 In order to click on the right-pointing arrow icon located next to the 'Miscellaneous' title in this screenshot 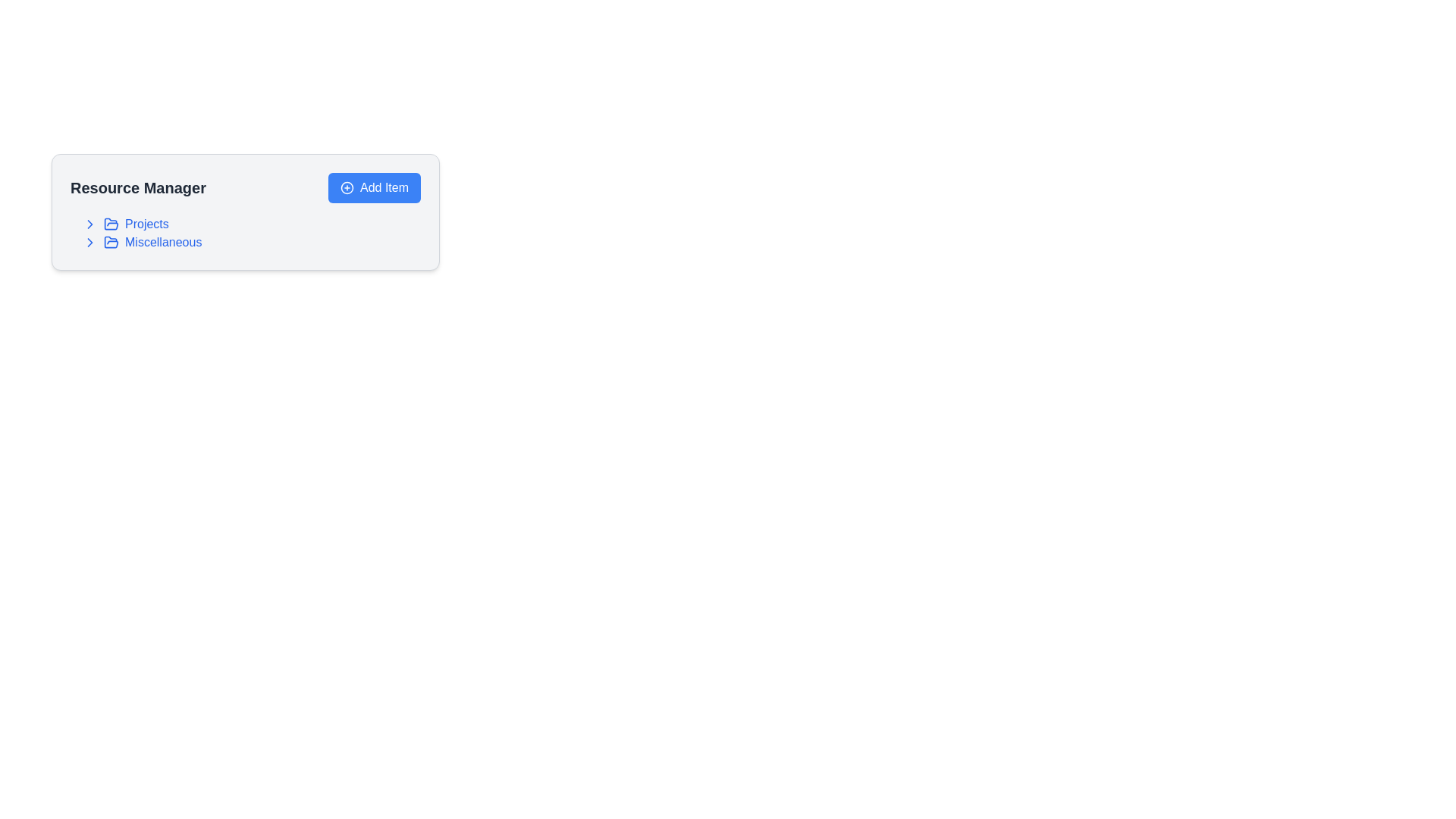, I will do `click(89, 242)`.